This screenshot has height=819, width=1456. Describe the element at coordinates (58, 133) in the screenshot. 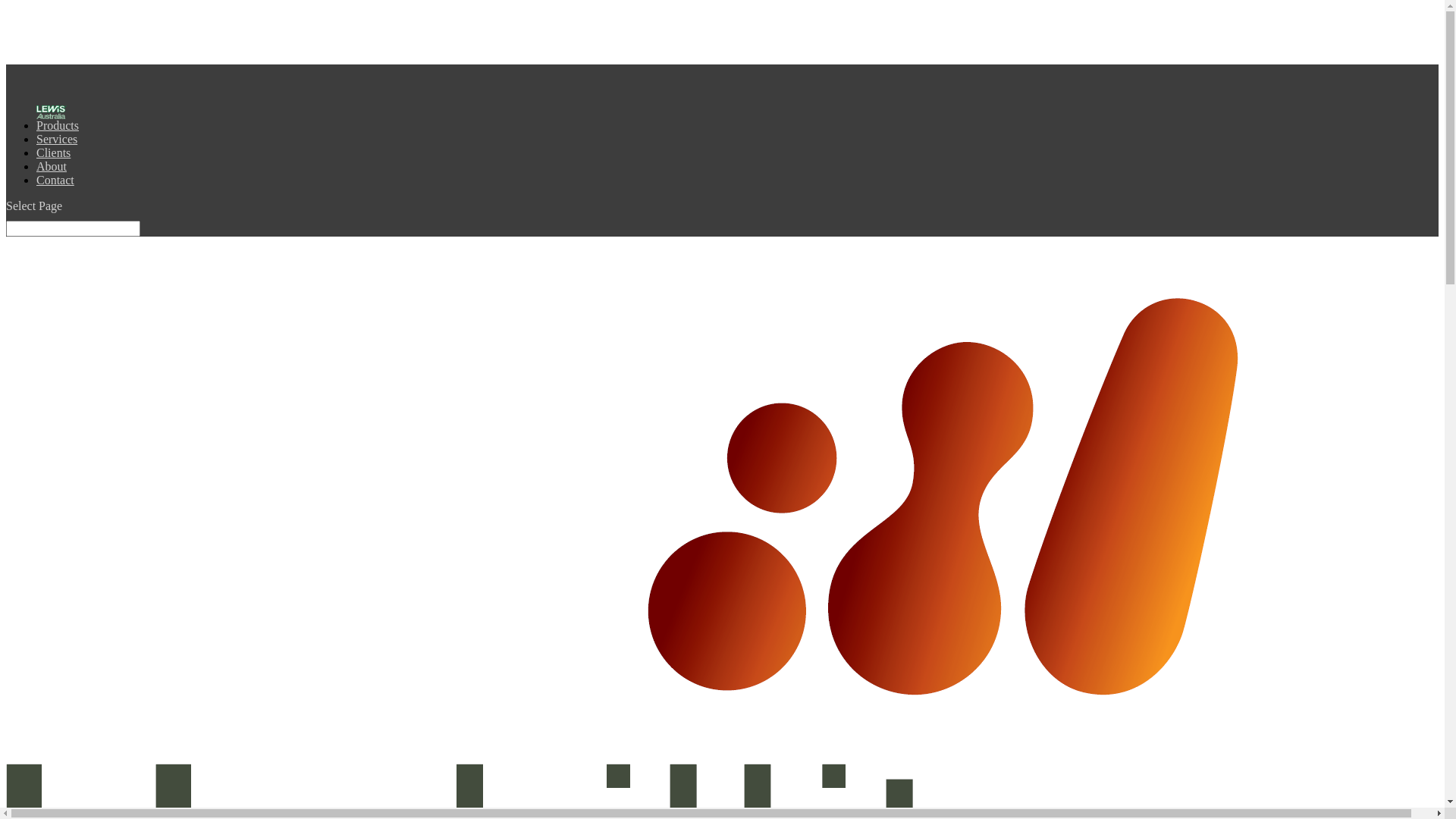

I see `'Products'` at that location.